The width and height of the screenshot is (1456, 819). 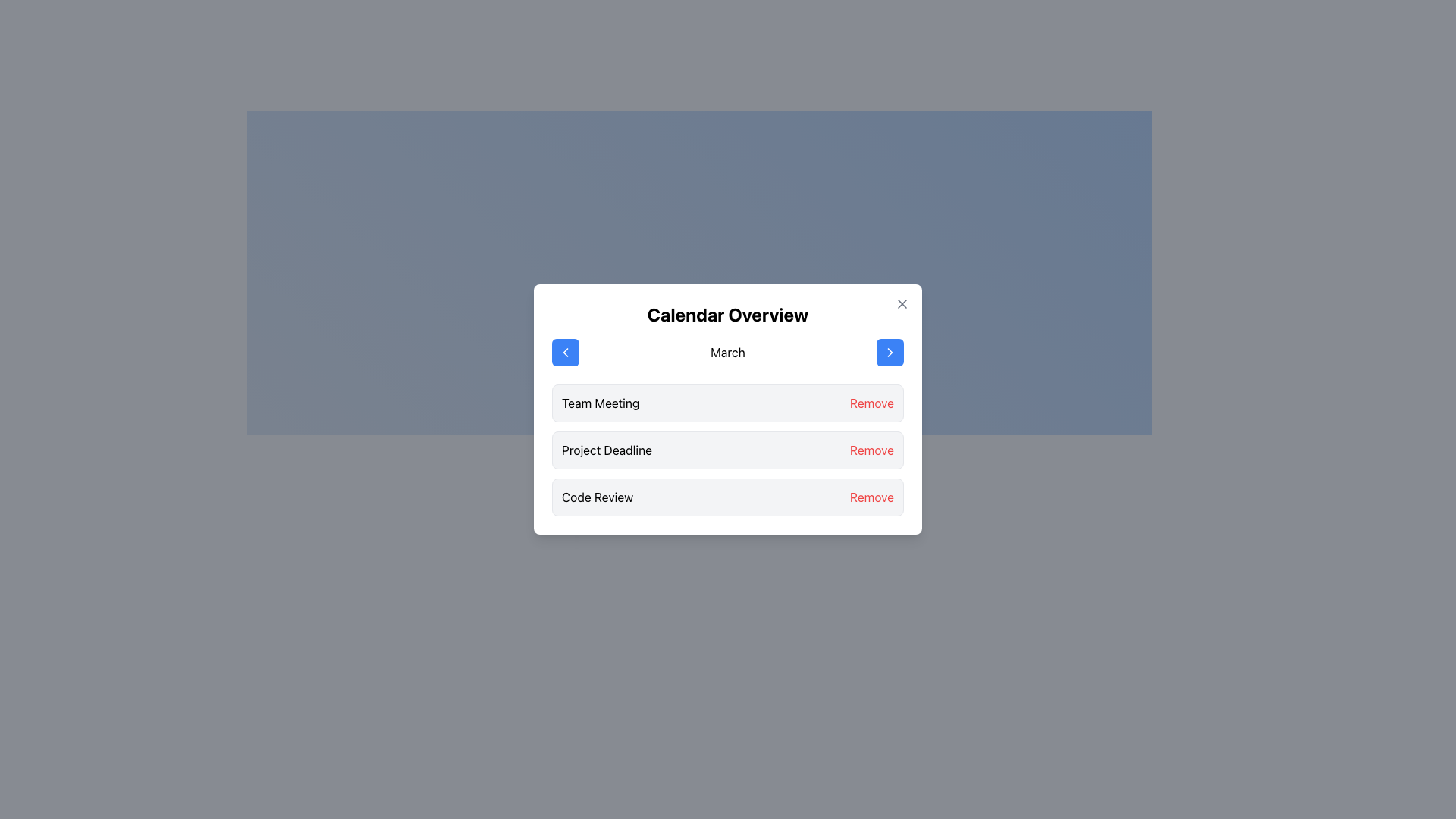 What do you see at coordinates (890, 353) in the screenshot?
I see `the navigational arrow icon located inside the blue button on the top right corner of the calendar dialog` at bounding box center [890, 353].